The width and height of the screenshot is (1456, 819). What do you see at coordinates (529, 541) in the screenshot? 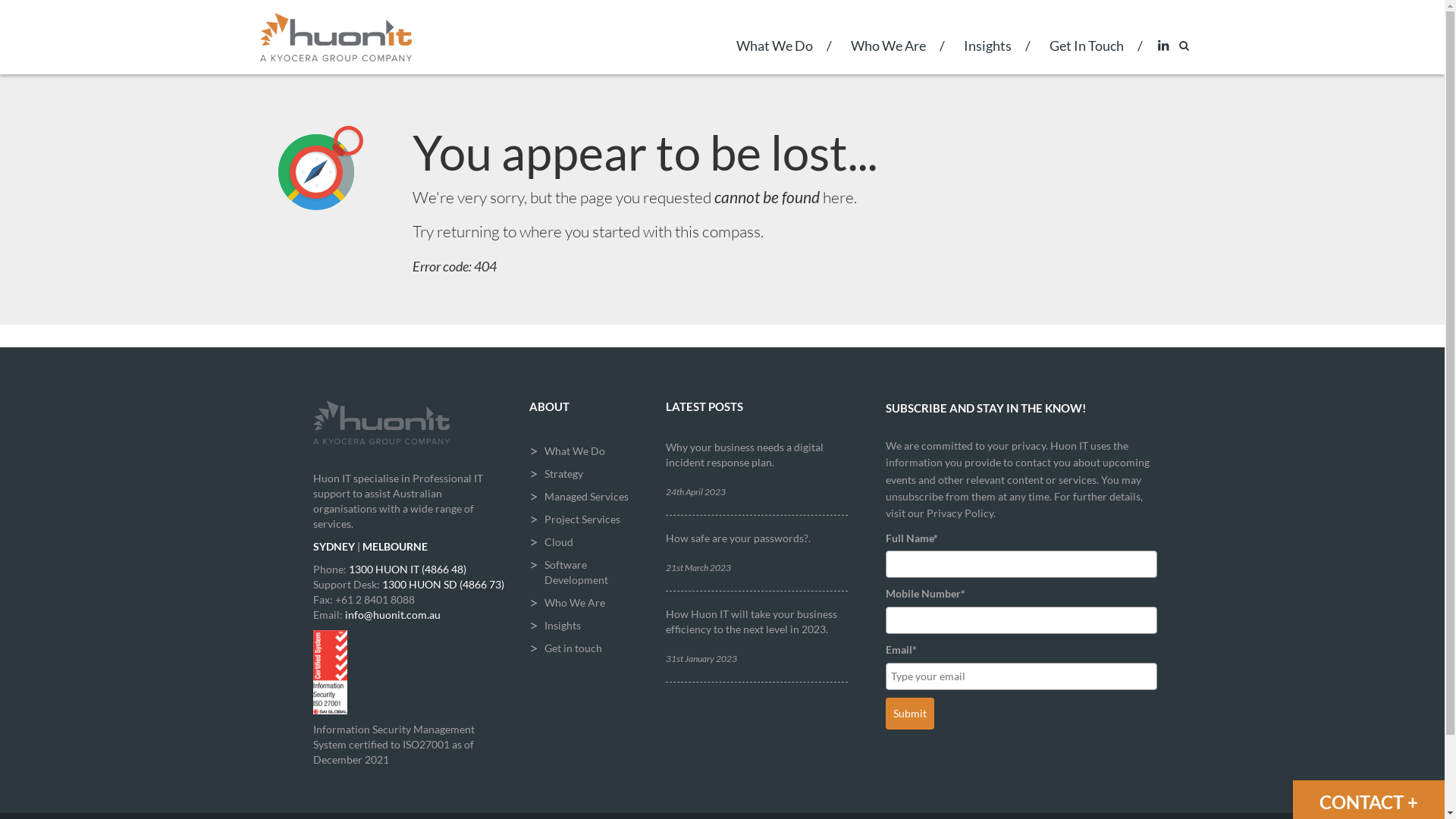
I see `'Cloud'` at bounding box center [529, 541].